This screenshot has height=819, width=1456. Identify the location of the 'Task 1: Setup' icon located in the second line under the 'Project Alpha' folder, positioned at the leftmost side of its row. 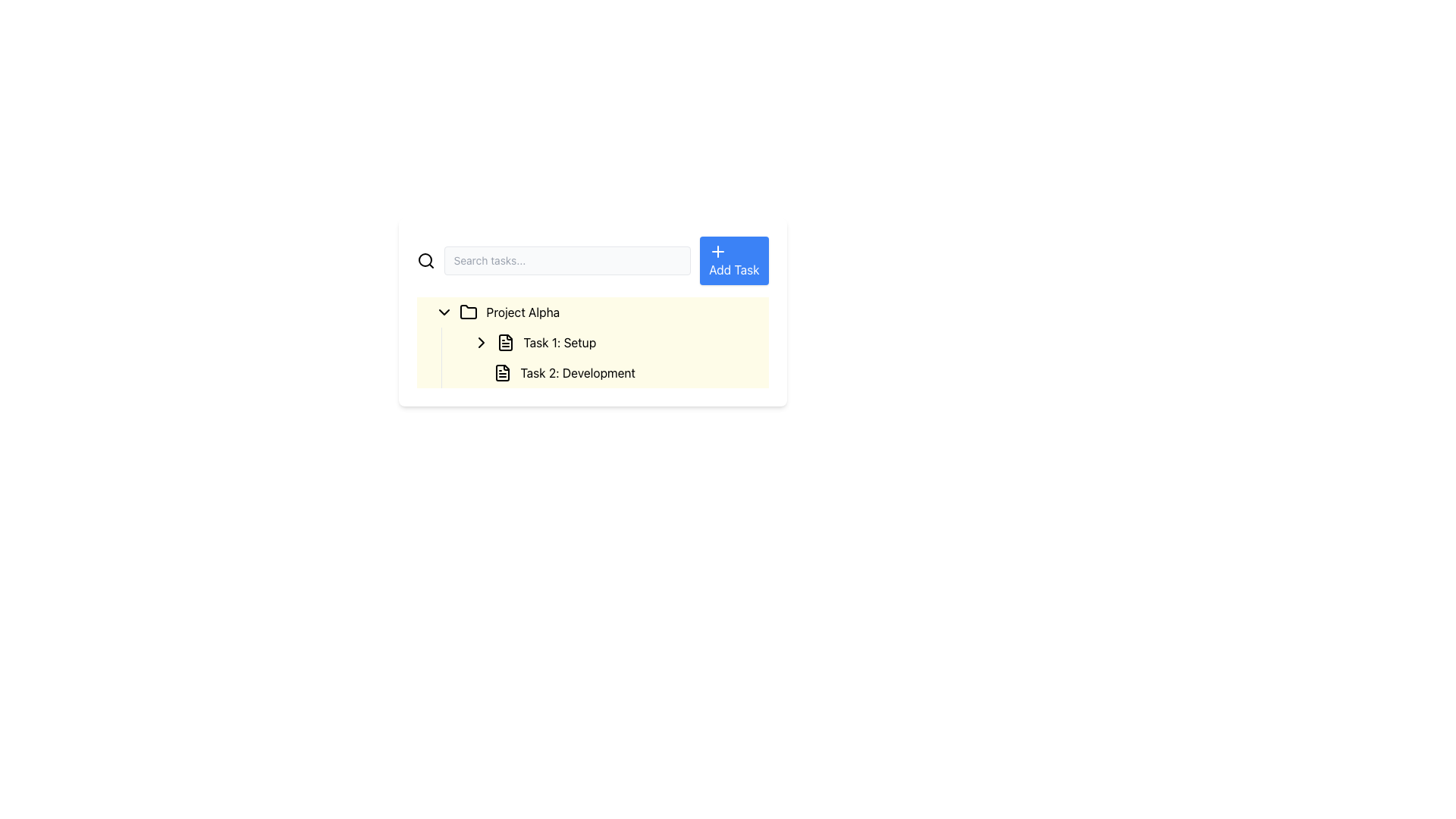
(505, 342).